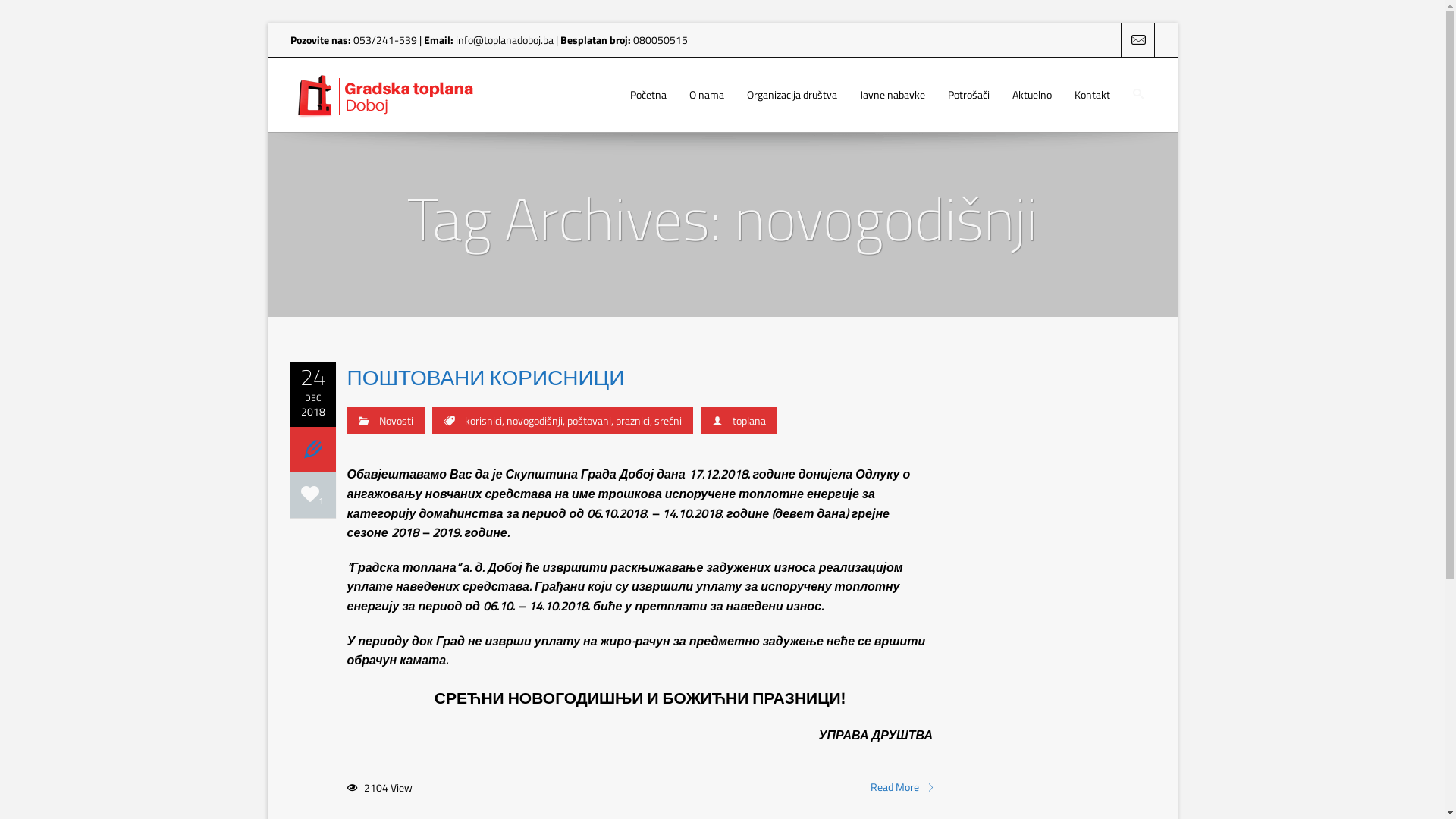 The image size is (1456, 819). What do you see at coordinates (732, 420) in the screenshot?
I see `'toplana'` at bounding box center [732, 420].